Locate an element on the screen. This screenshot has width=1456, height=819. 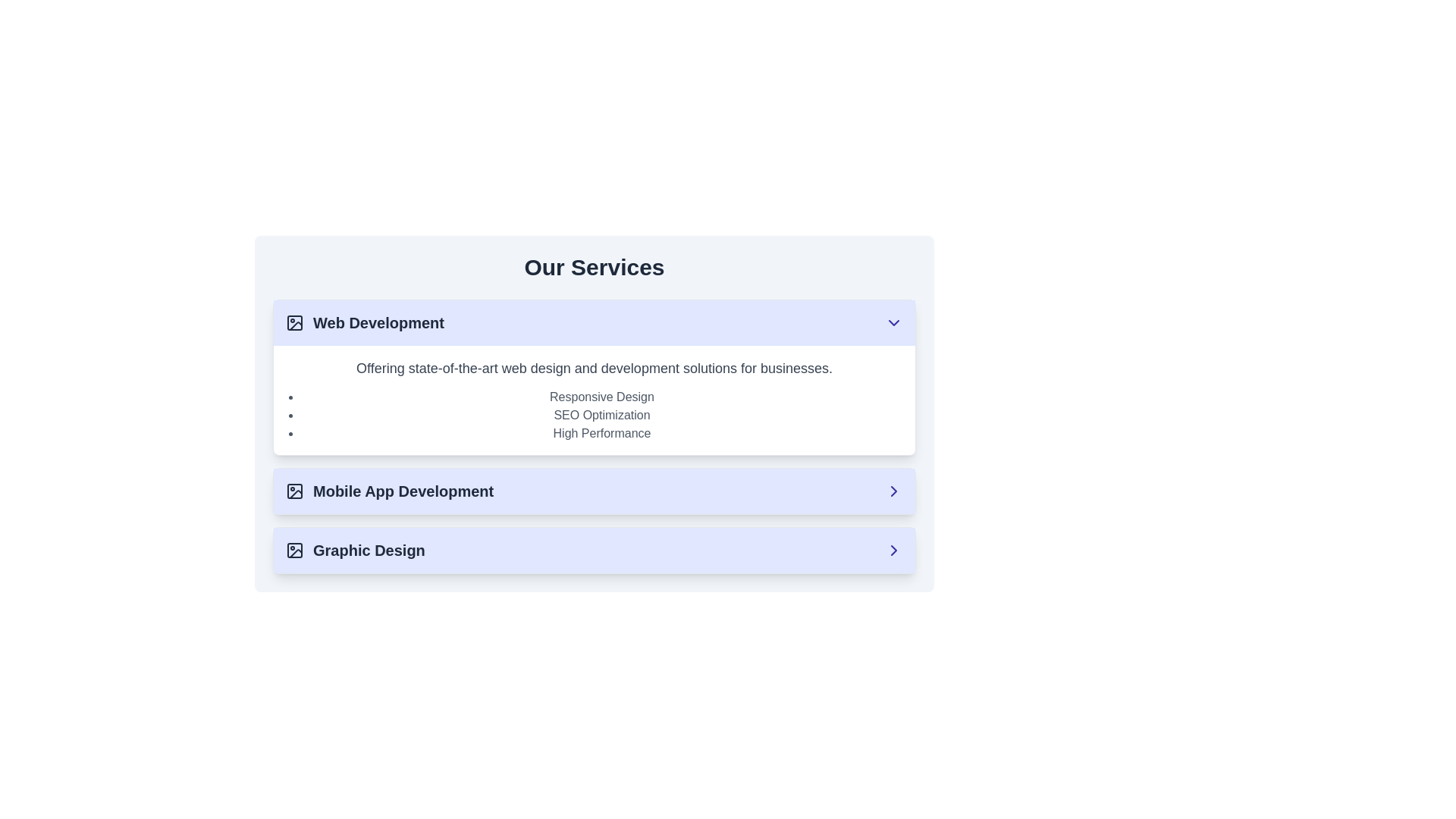
the dark indigo right-facing chevron icon at the far-right end of the 'Mobile App Development' row under 'Our Services' is located at coordinates (894, 491).